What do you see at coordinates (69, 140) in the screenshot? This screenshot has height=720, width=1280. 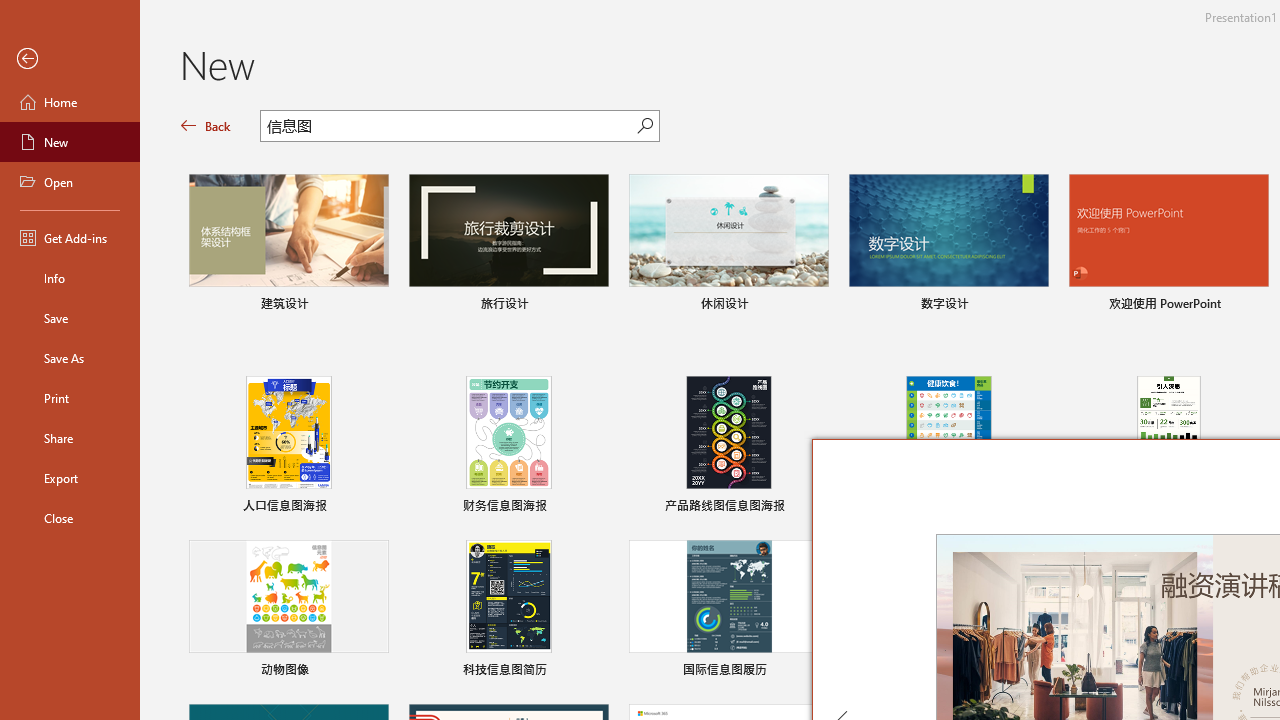 I see `'New'` at bounding box center [69, 140].